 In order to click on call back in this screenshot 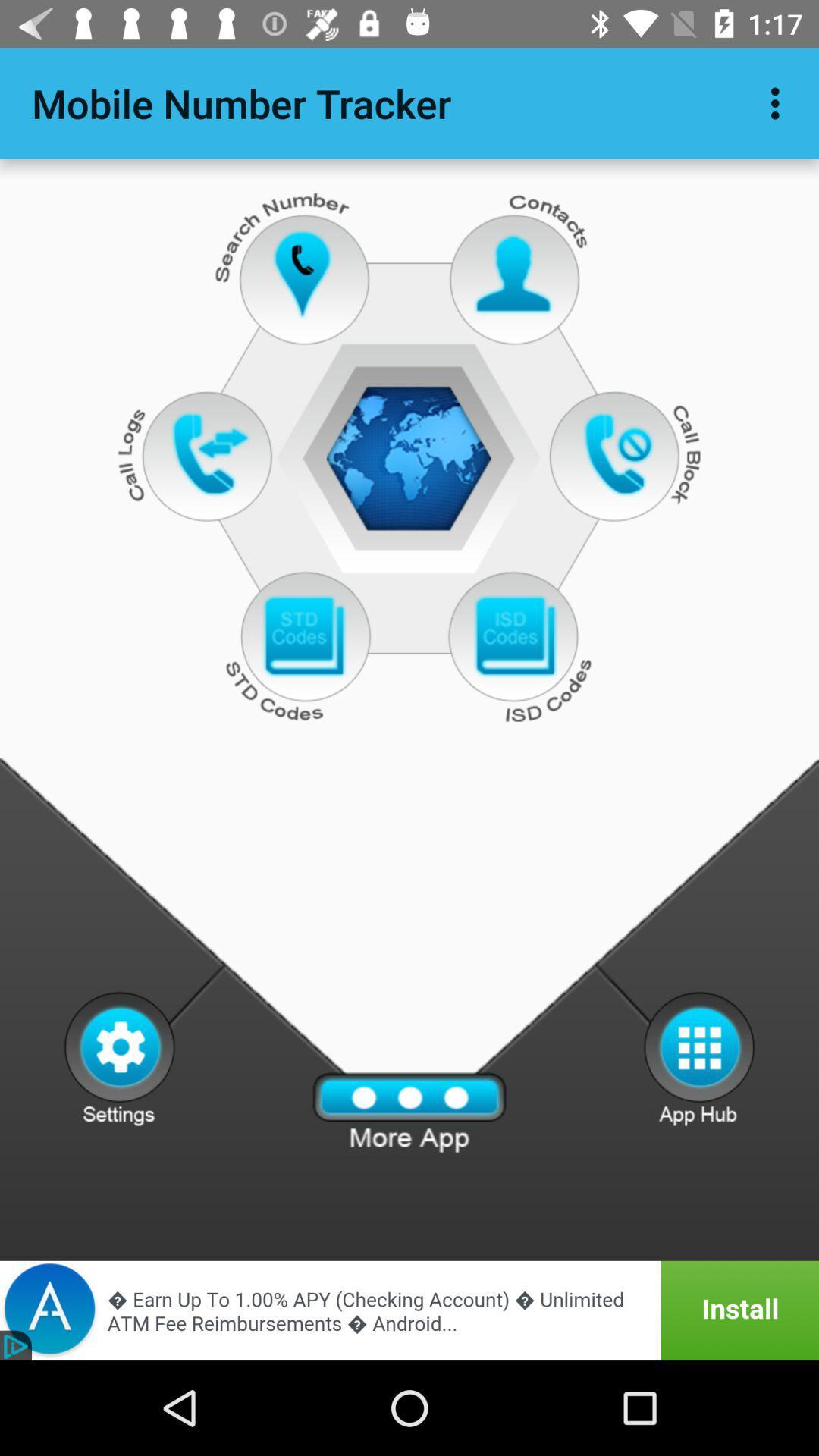, I will do `click(622, 453)`.